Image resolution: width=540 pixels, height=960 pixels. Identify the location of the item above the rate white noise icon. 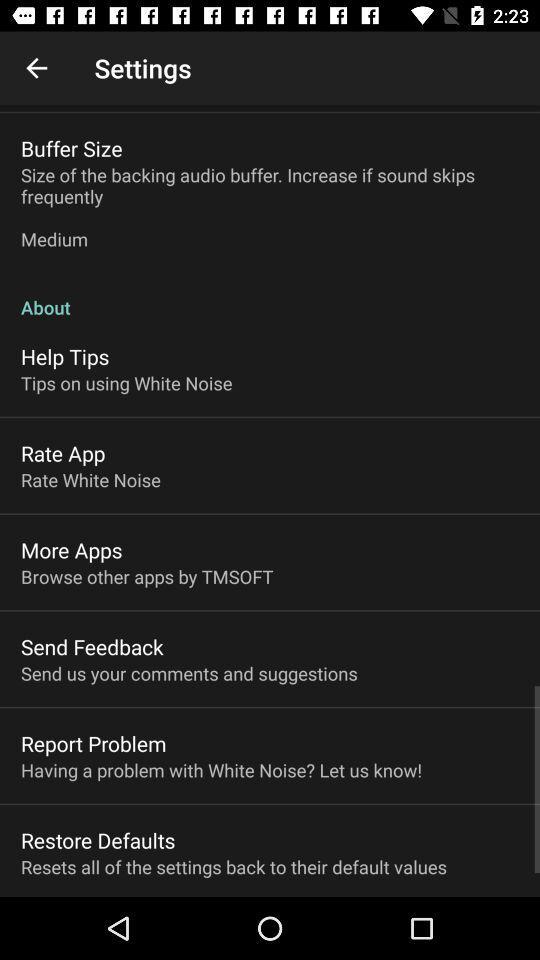
(63, 453).